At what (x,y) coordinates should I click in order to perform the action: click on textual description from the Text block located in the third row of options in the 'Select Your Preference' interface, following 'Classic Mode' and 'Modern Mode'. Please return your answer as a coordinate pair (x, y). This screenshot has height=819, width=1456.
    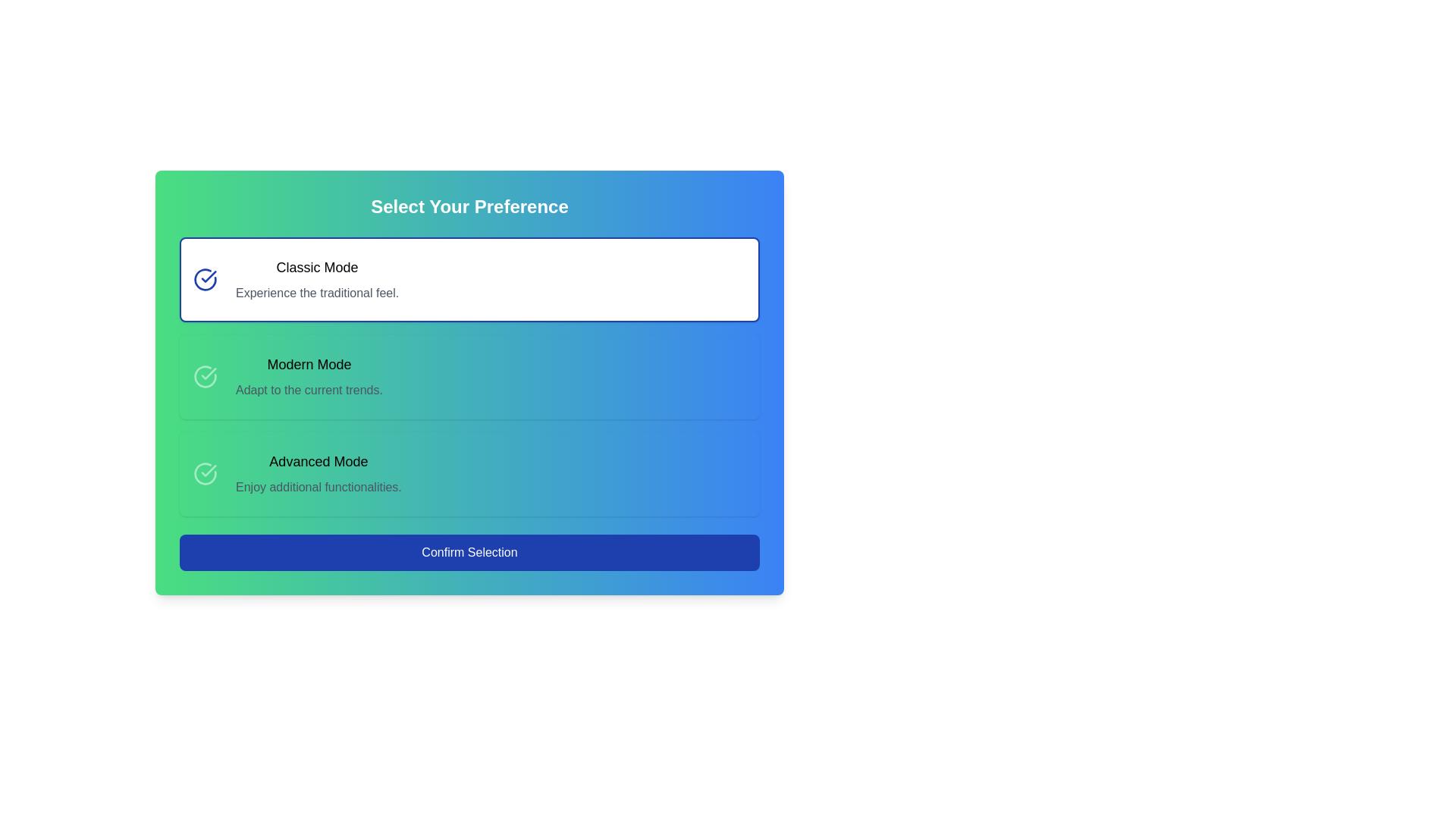
    Looking at the image, I should click on (318, 472).